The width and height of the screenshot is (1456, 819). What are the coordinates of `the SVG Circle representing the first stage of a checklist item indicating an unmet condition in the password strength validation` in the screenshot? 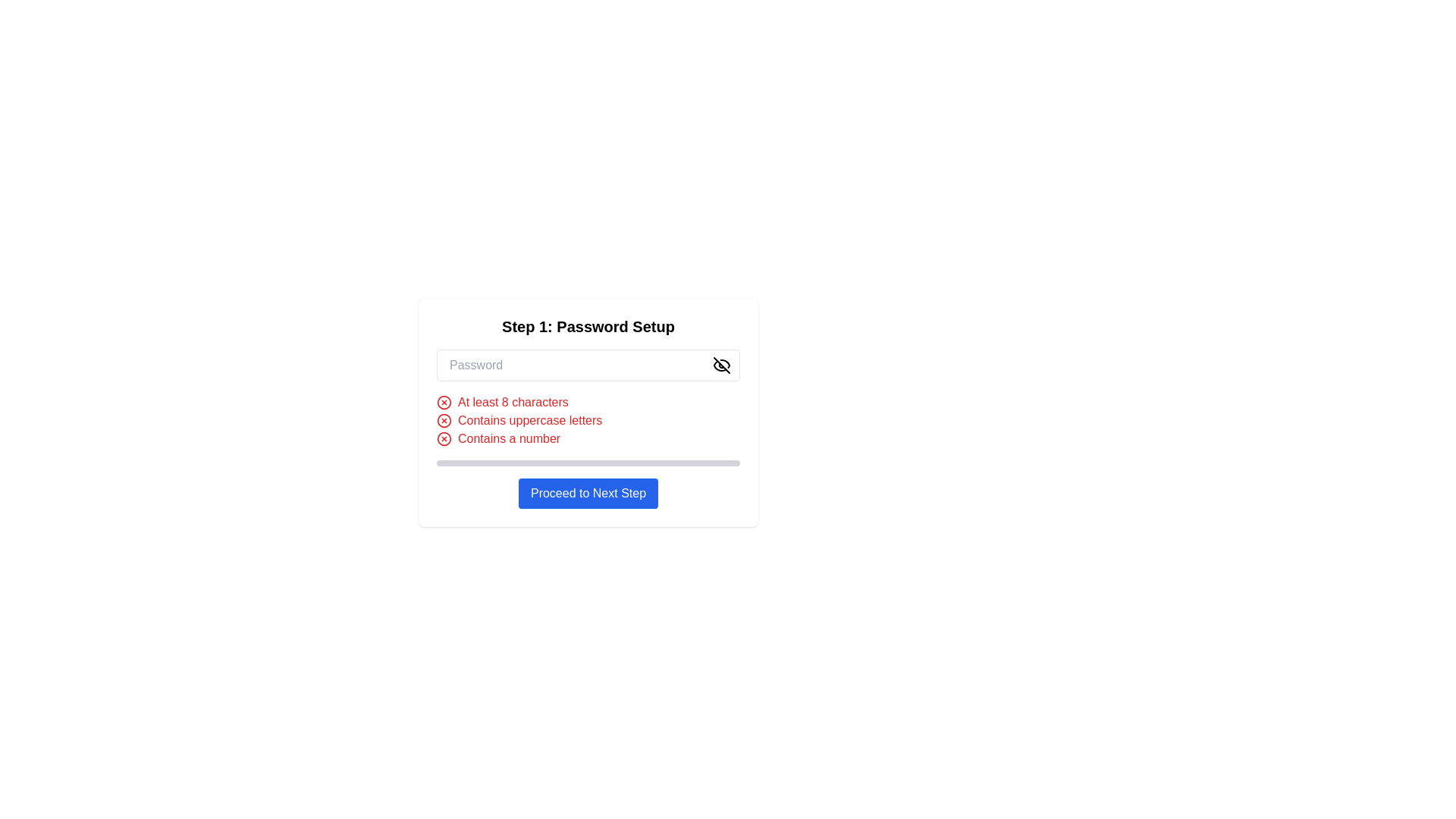 It's located at (443, 402).